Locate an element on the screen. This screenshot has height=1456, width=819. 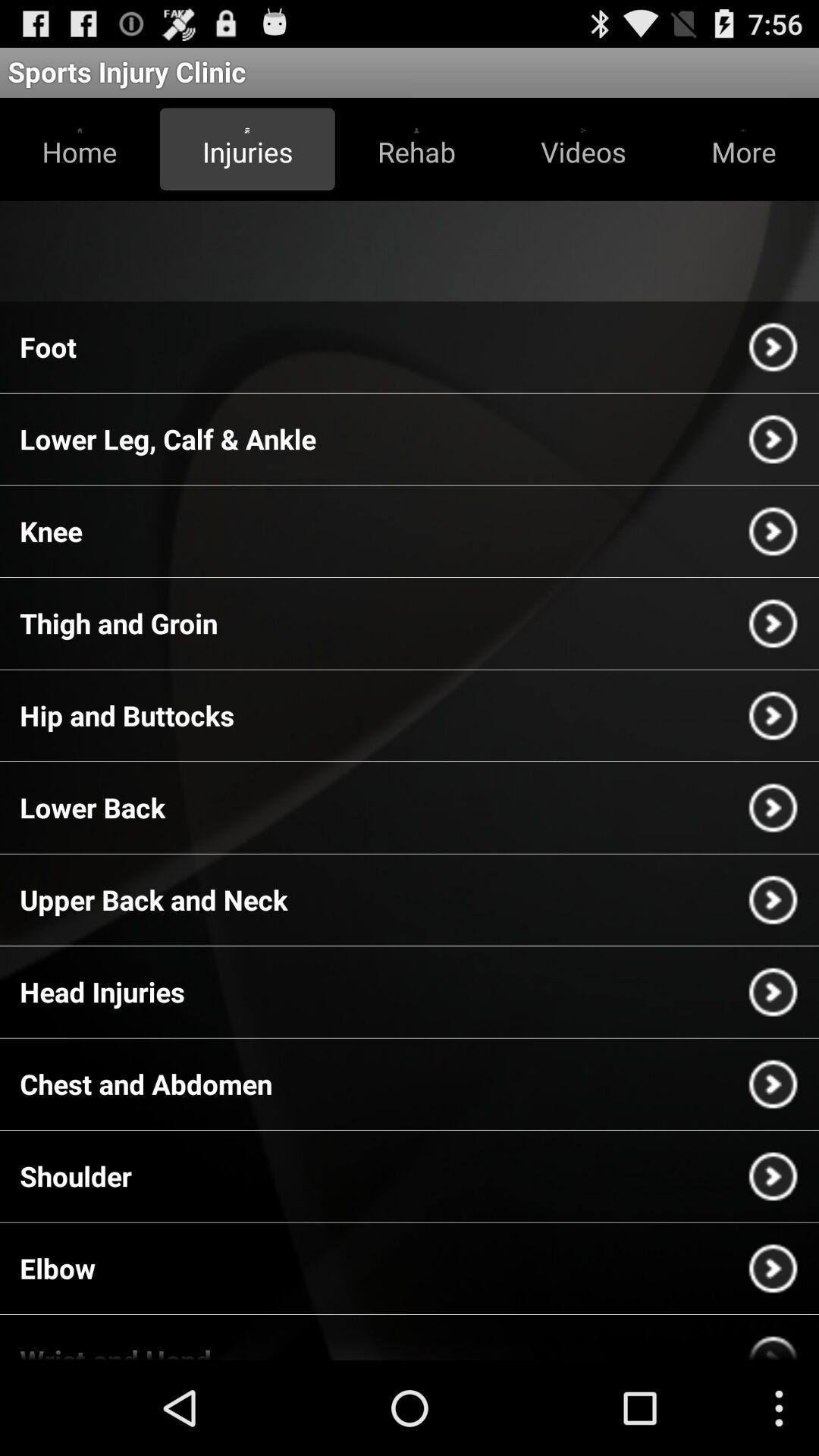
the icon to the right of the lower back app is located at coordinates (773, 807).